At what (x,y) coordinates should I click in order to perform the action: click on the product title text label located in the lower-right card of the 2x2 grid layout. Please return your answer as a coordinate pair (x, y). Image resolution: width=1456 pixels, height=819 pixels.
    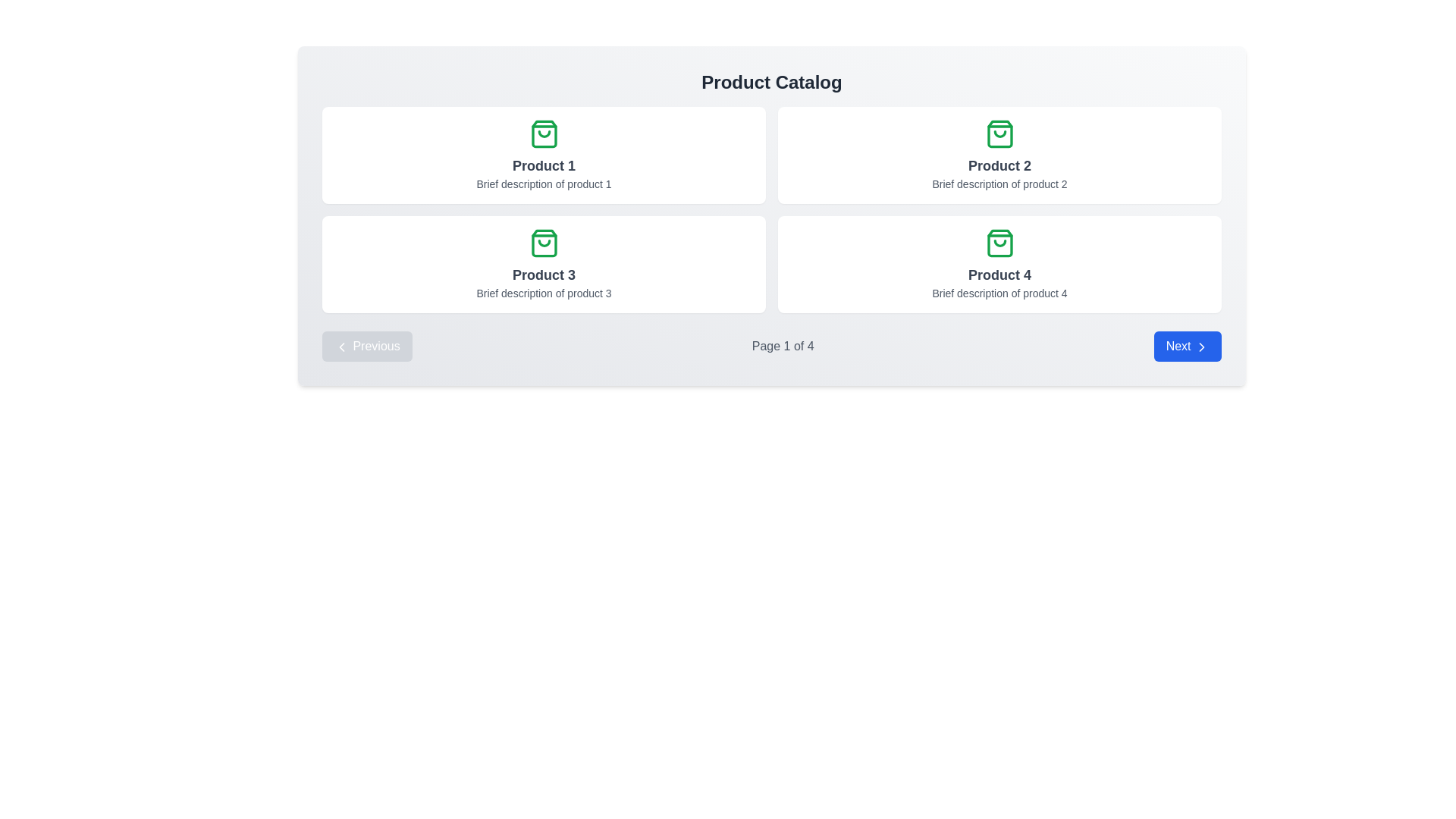
    Looking at the image, I should click on (999, 275).